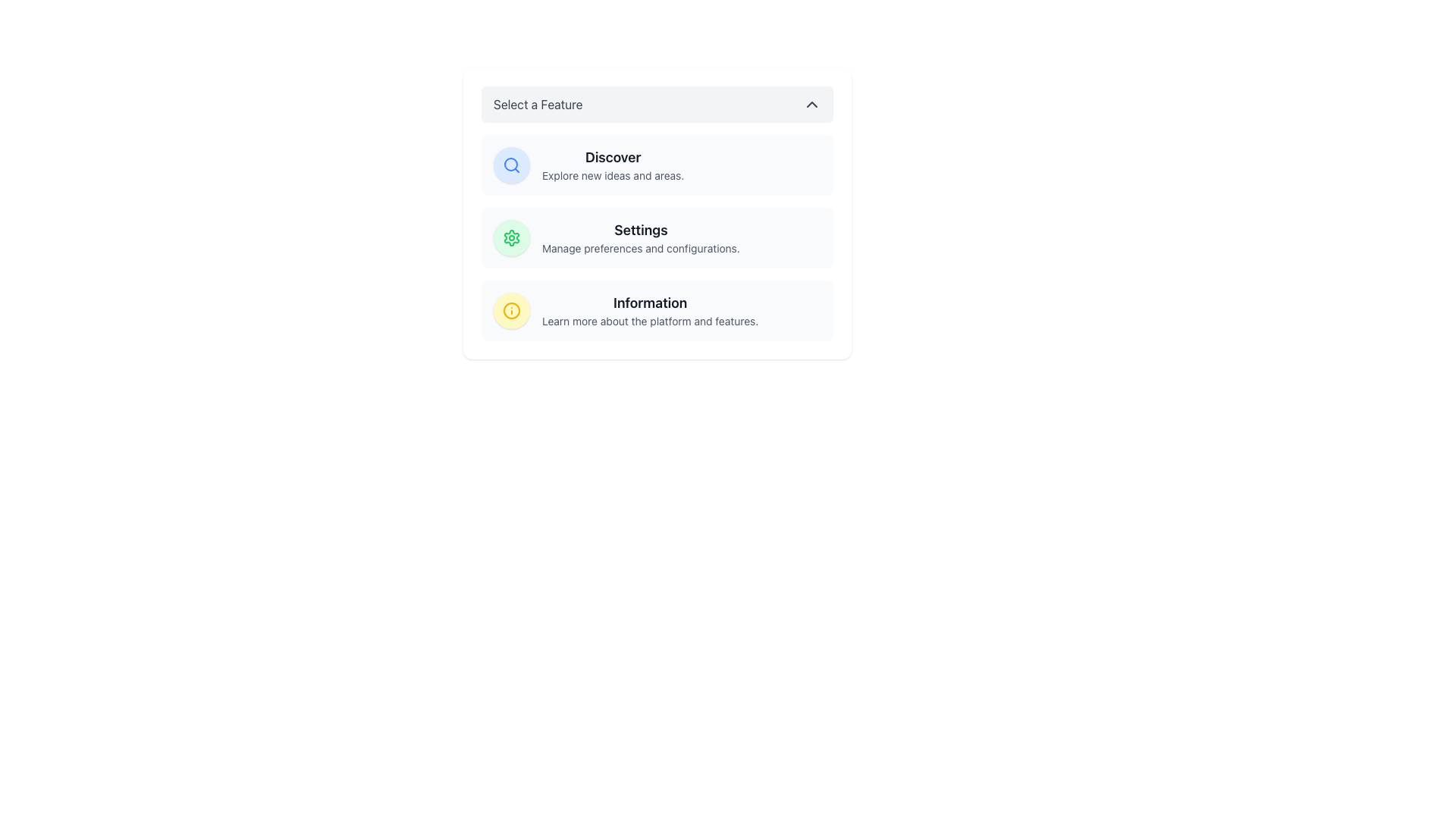 The width and height of the screenshot is (1456, 819). What do you see at coordinates (657, 165) in the screenshot?
I see `the 'Discover' menu item, which is the first item in the list below the header 'Select a Feature'` at bounding box center [657, 165].